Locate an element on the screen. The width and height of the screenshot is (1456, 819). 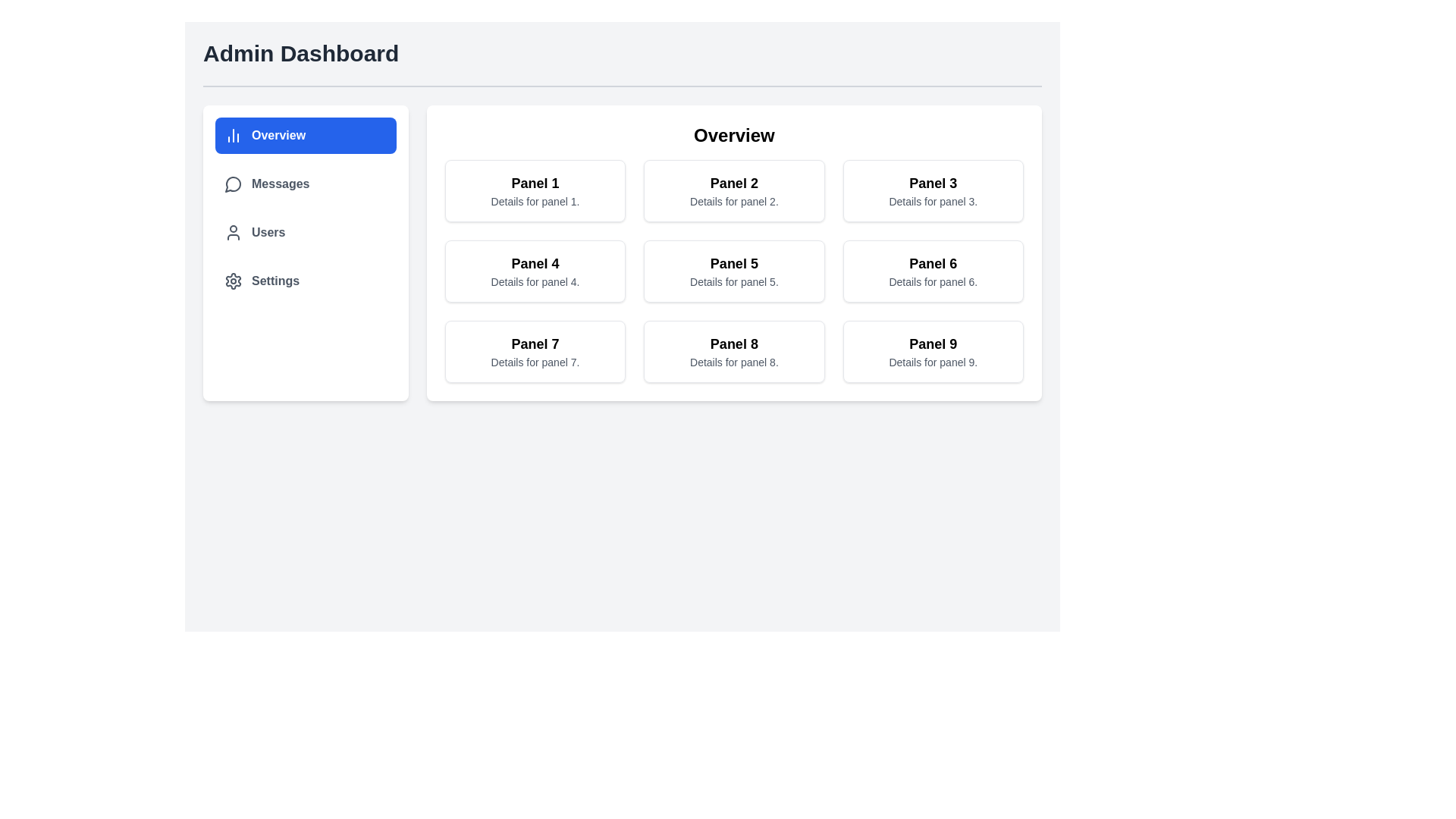
circular speech bubble icon located in the vertical navigation menu, immediately to the left of the 'Messages' text label is located at coordinates (232, 184).